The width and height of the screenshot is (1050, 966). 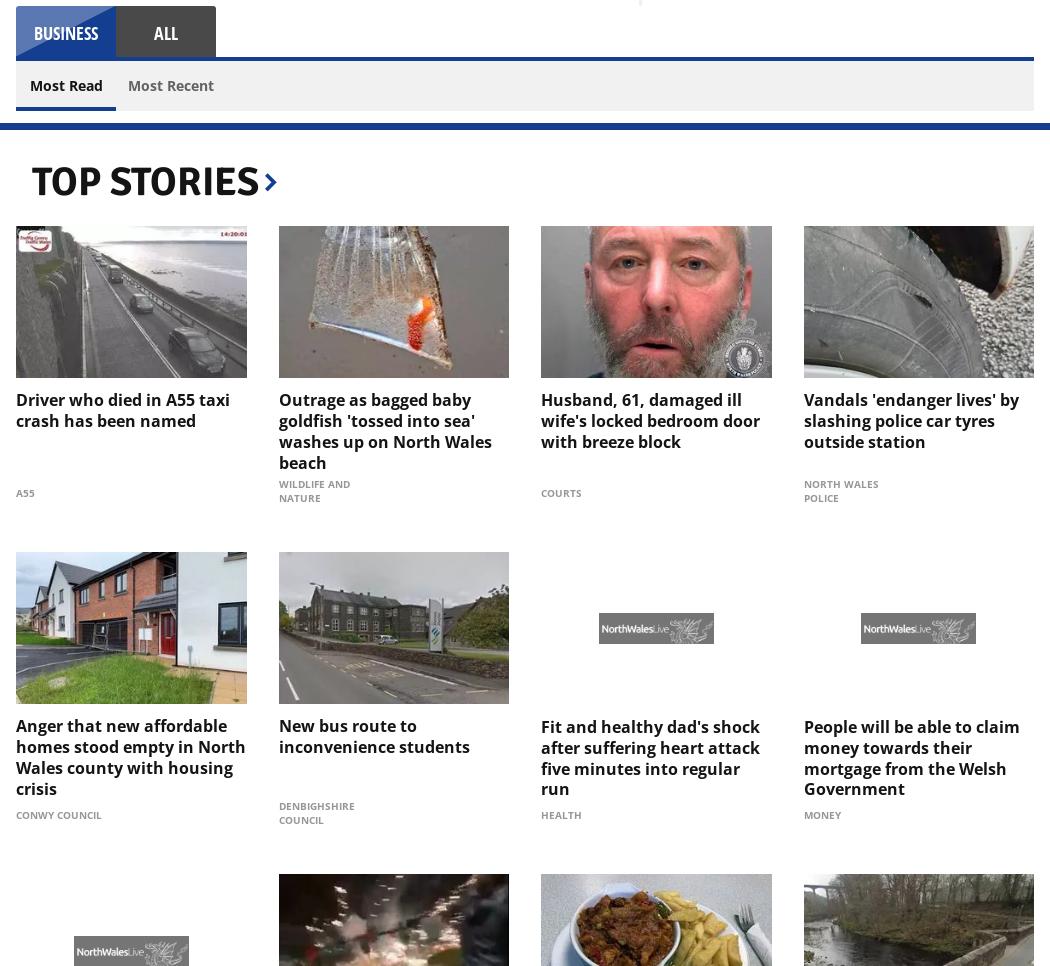 I want to click on 'Wildlife and Nature', so click(x=313, y=488).